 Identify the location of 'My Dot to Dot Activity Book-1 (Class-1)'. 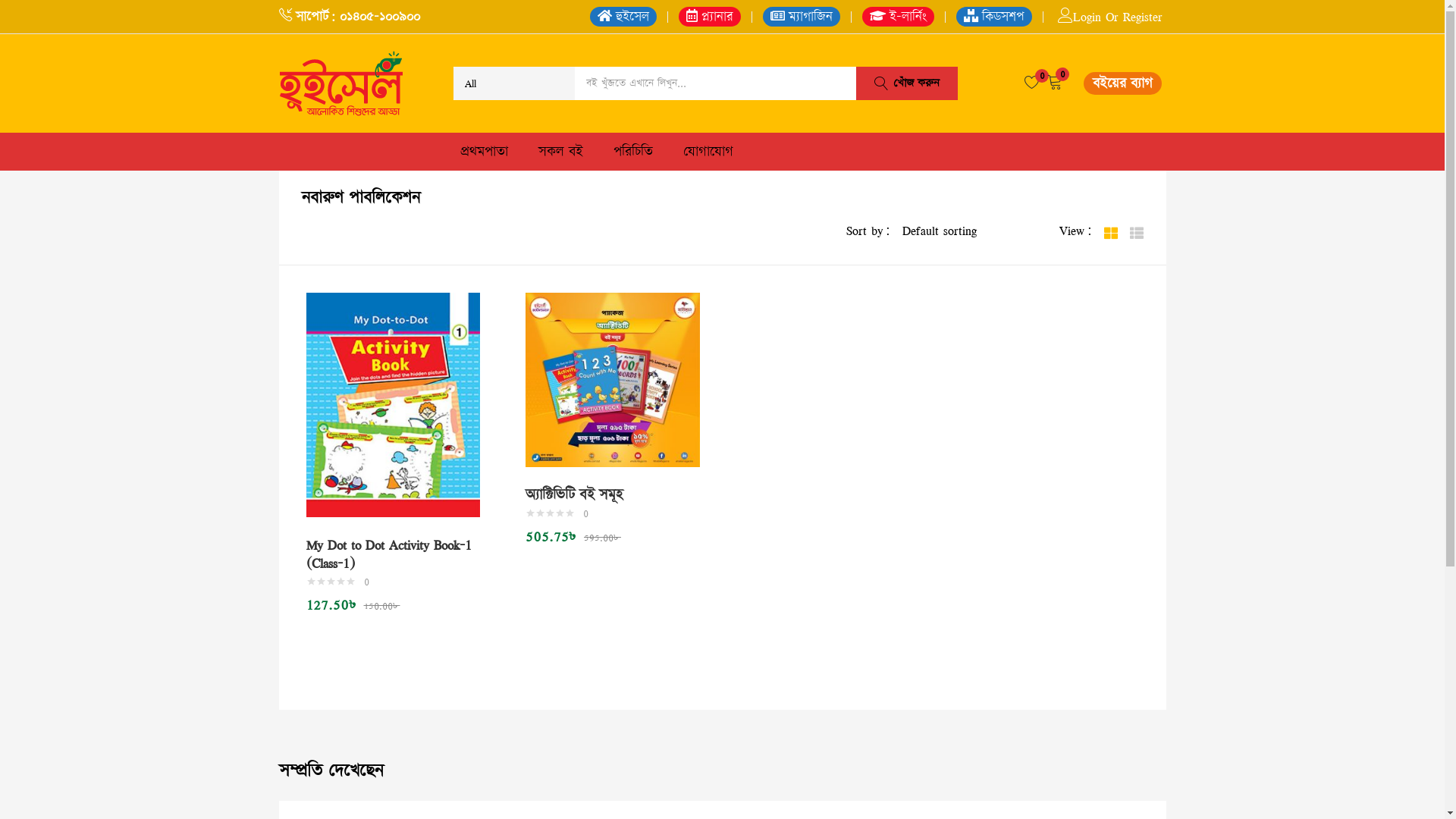
(389, 554).